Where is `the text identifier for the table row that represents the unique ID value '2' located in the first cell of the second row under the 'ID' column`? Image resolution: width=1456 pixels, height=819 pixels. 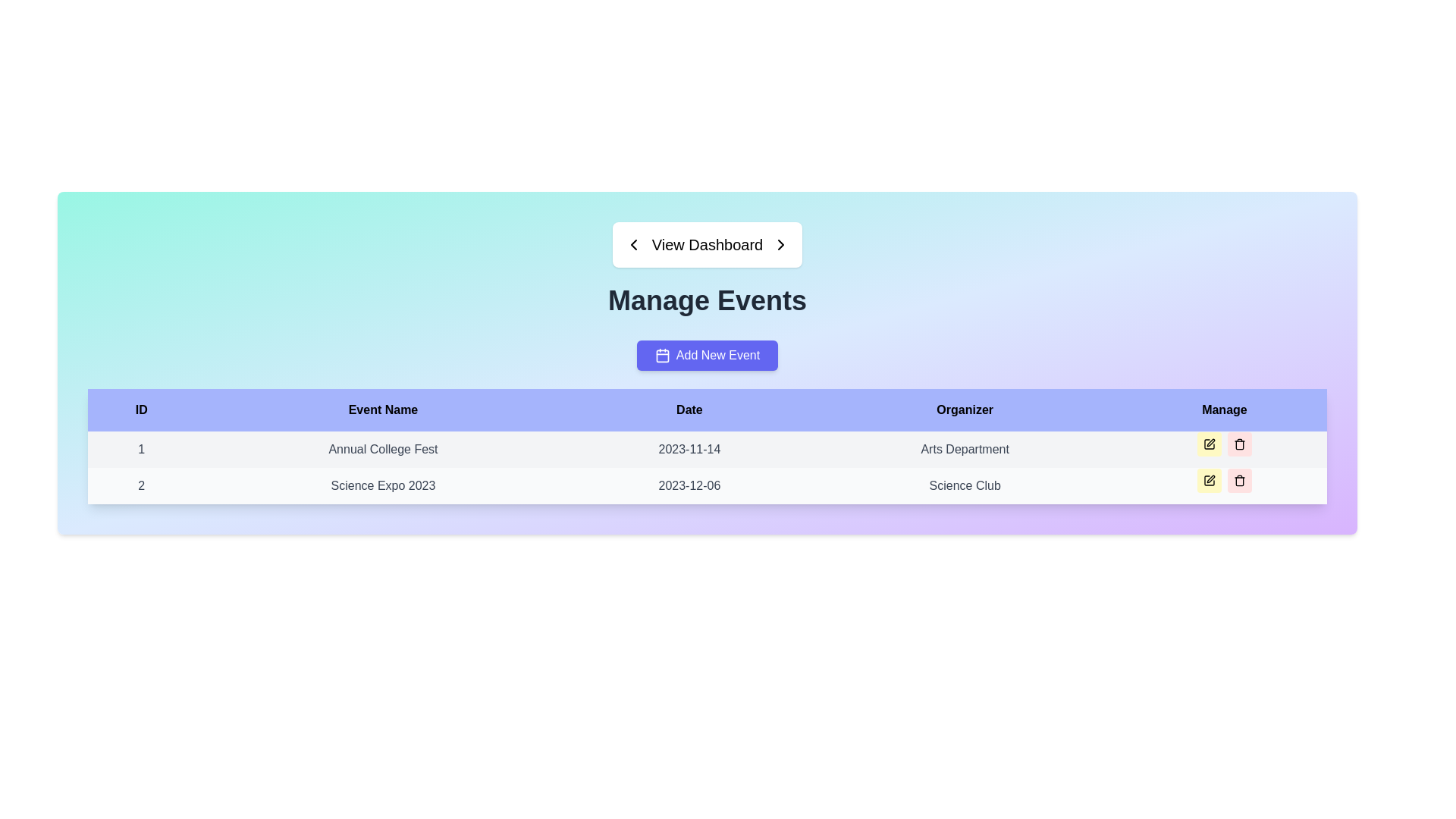
the text identifier for the table row that represents the unique ID value '2' located in the first cell of the second row under the 'ID' column is located at coordinates (141, 485).